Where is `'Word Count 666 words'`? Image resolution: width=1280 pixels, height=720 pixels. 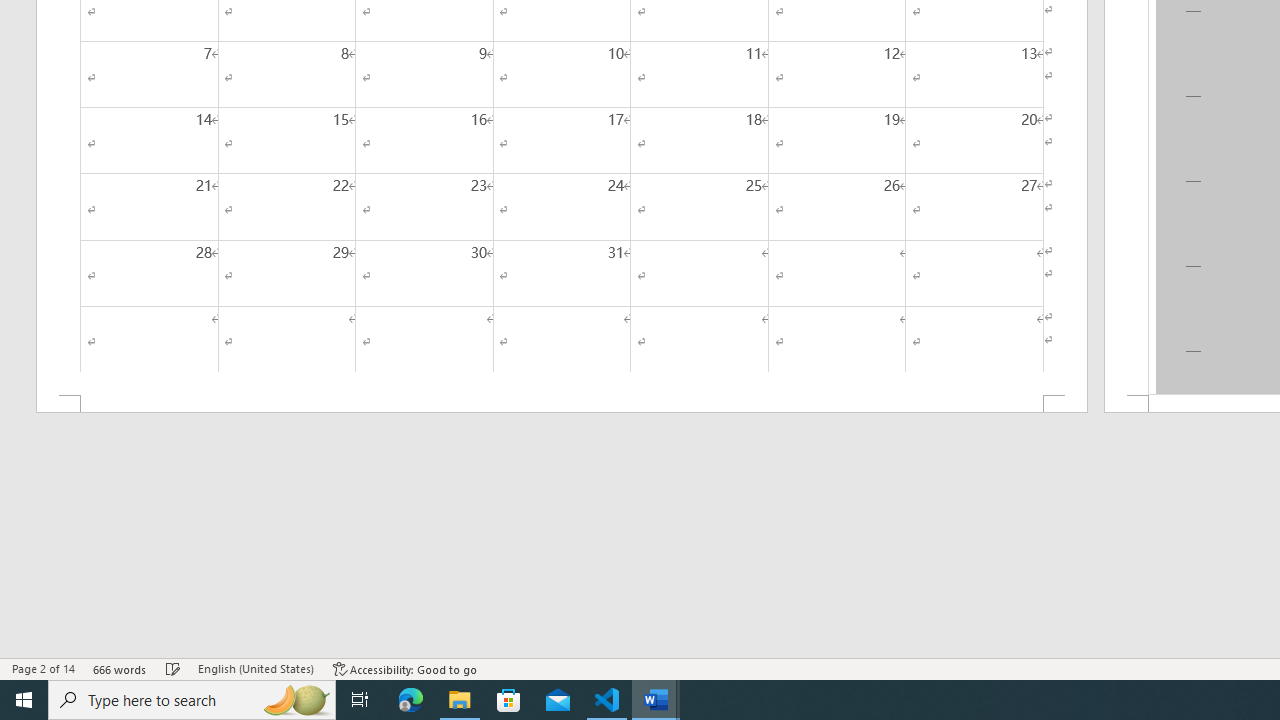
'Word Count 666 words' is located at coordinates (119, 669).